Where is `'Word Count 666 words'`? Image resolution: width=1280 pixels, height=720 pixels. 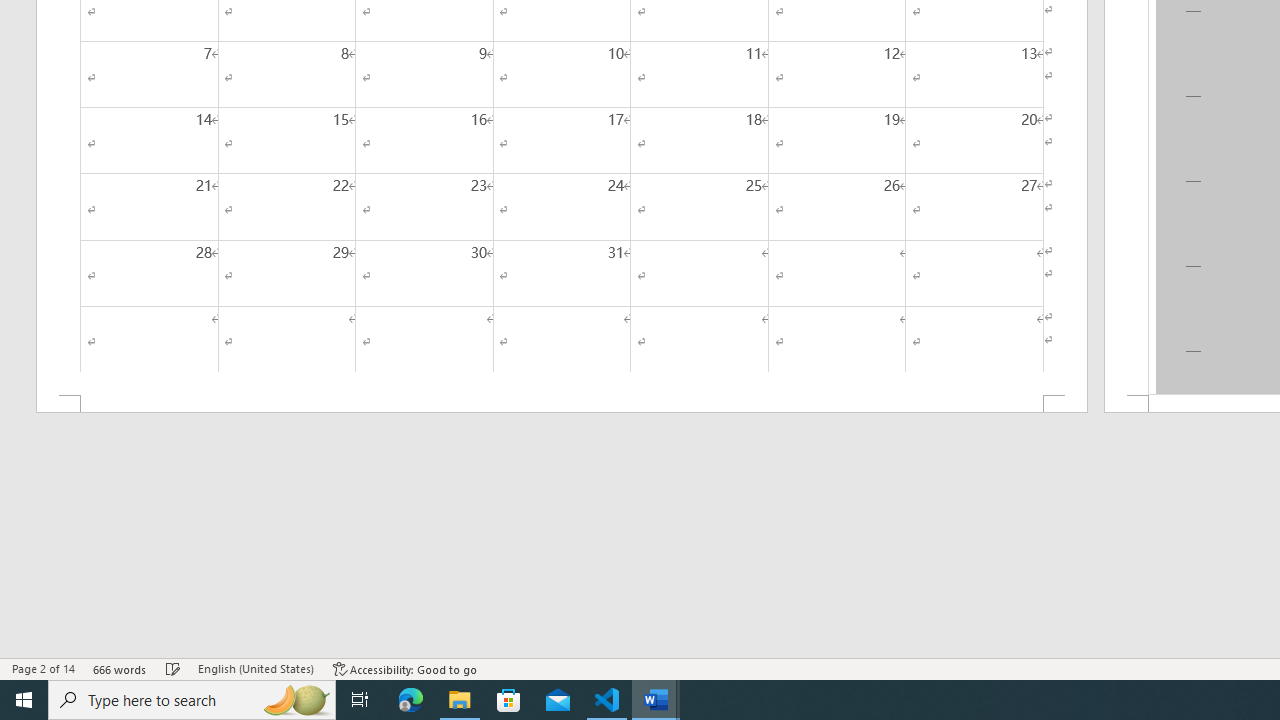
'Word Count 666 words' is located at coordinates (119, 669).